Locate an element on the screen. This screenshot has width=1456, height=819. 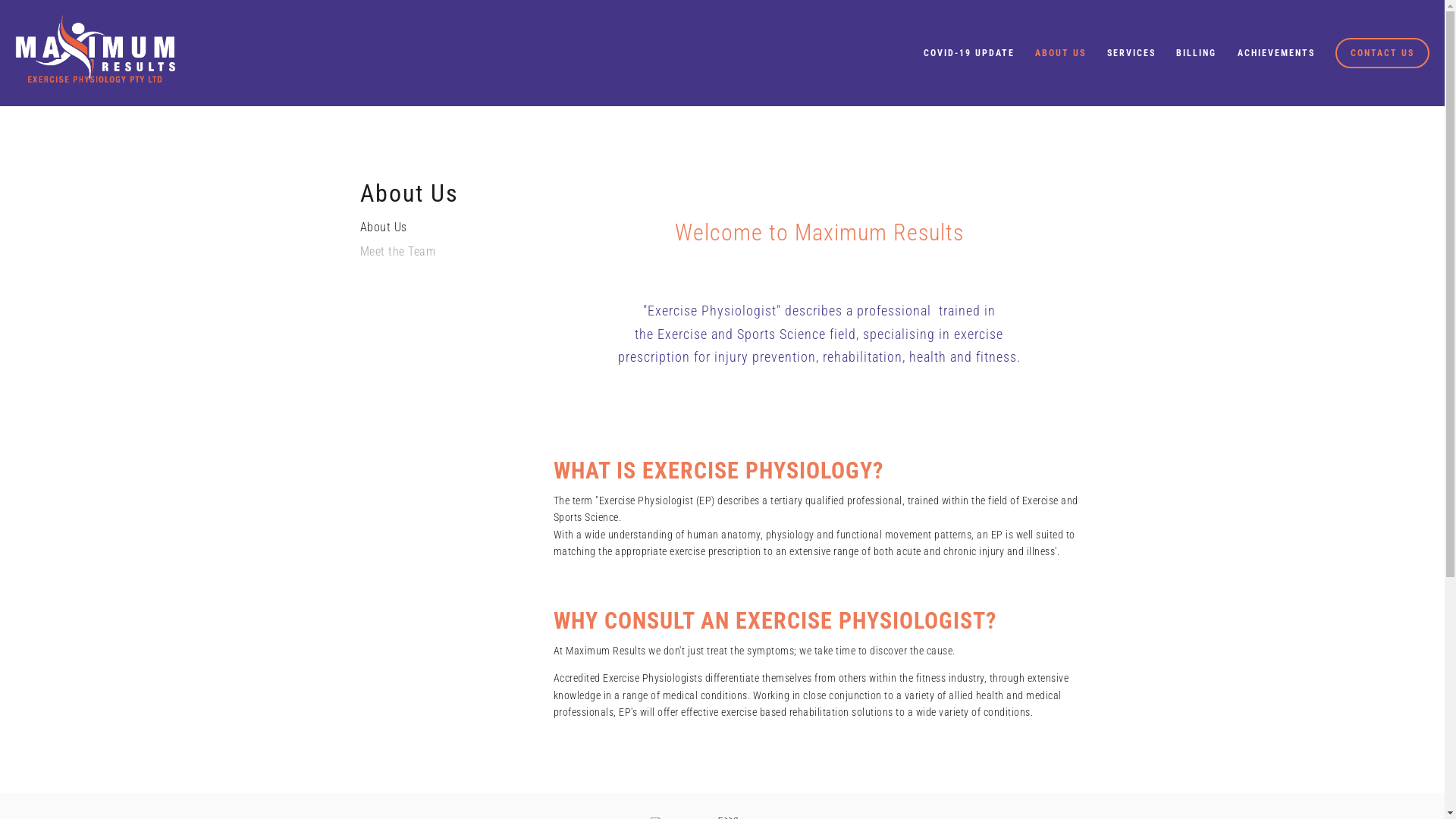
'ACHIEVEMENTS' is located at coordinates (1276, 52).